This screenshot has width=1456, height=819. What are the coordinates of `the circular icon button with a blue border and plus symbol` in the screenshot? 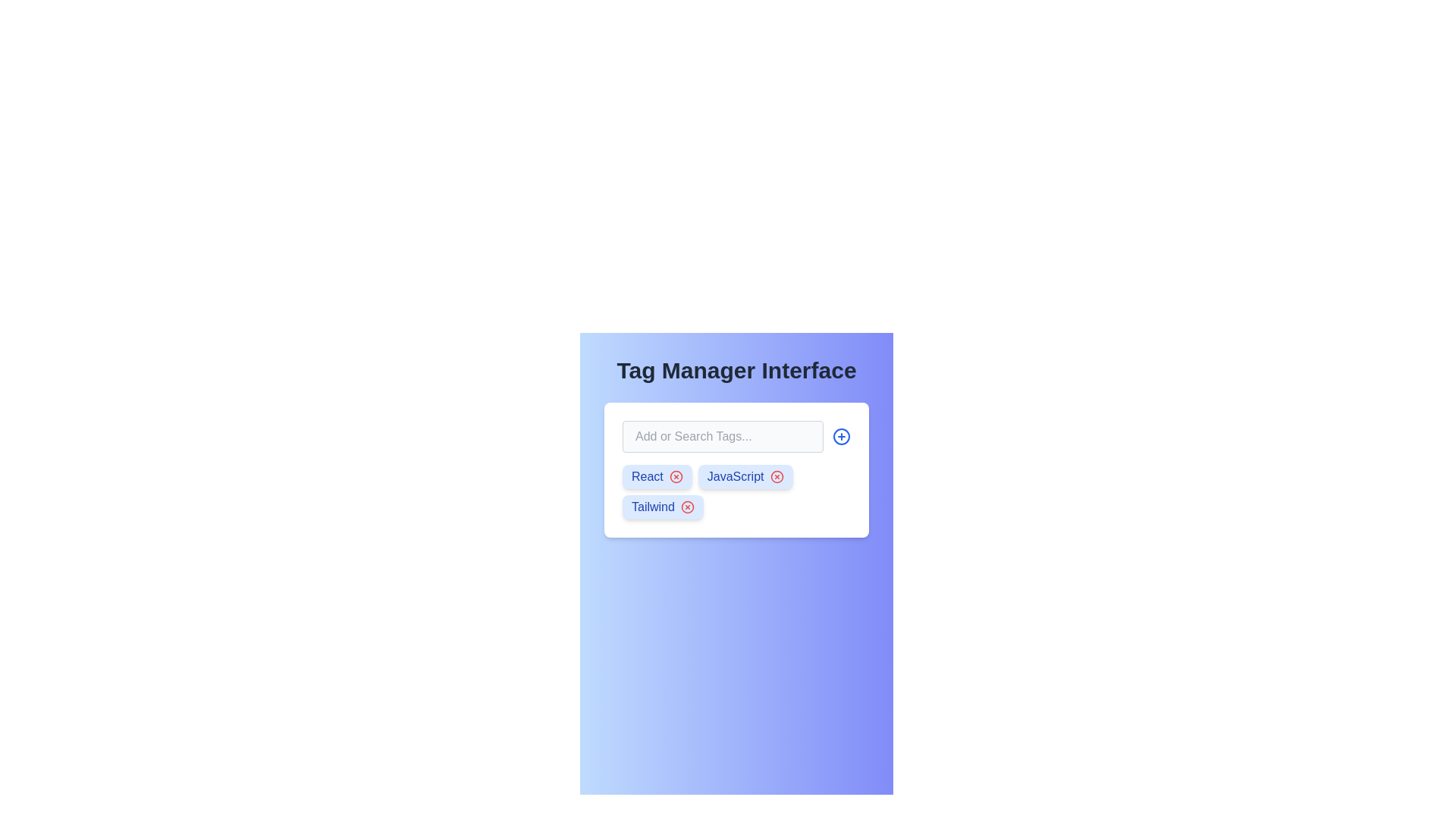 It's located at (840, 436).